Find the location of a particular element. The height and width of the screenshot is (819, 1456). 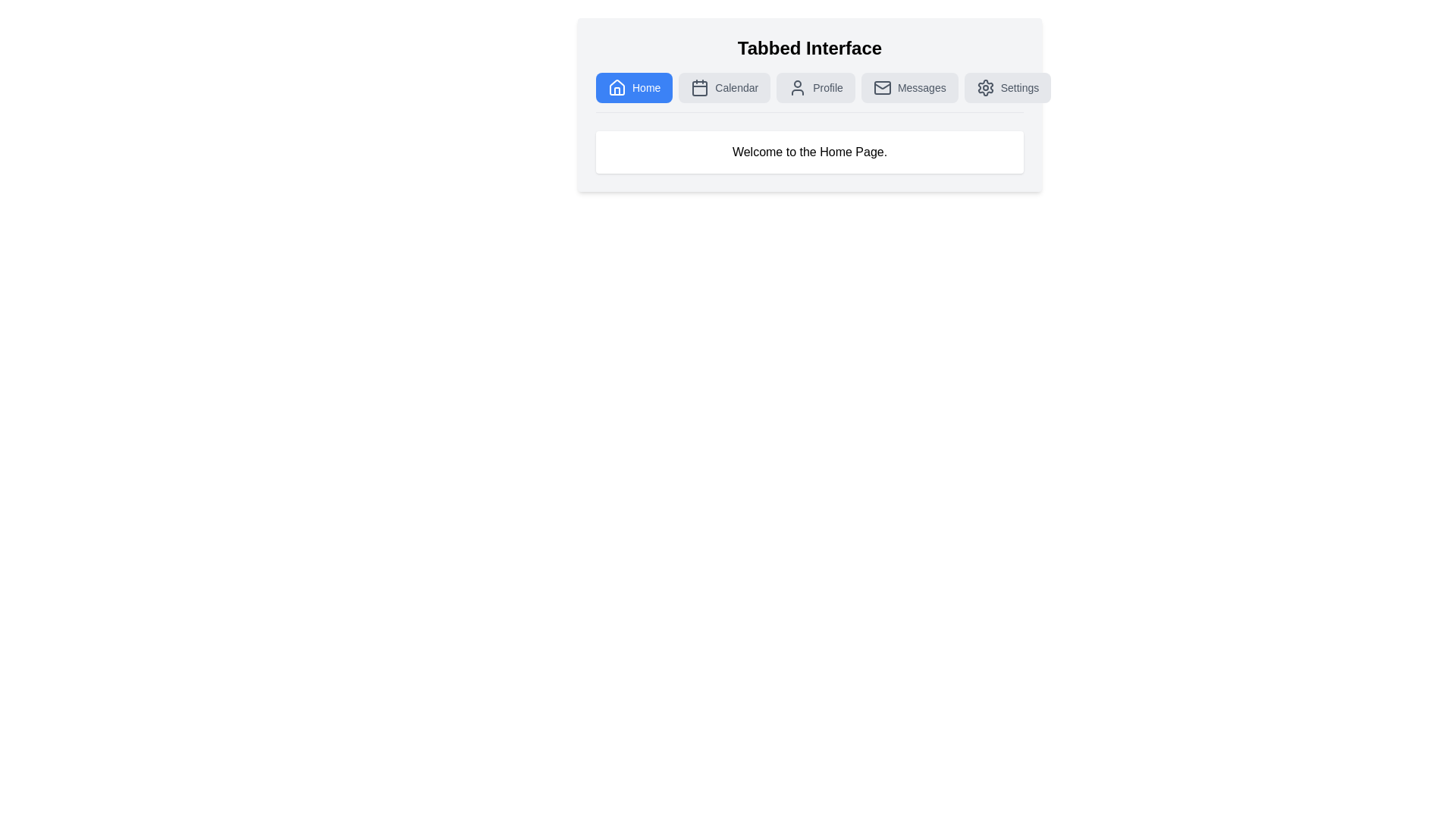

the 'Home' text label, which is displayed in white text on a blue background and is part of the navigation menu is located at coordinates (646, 87).